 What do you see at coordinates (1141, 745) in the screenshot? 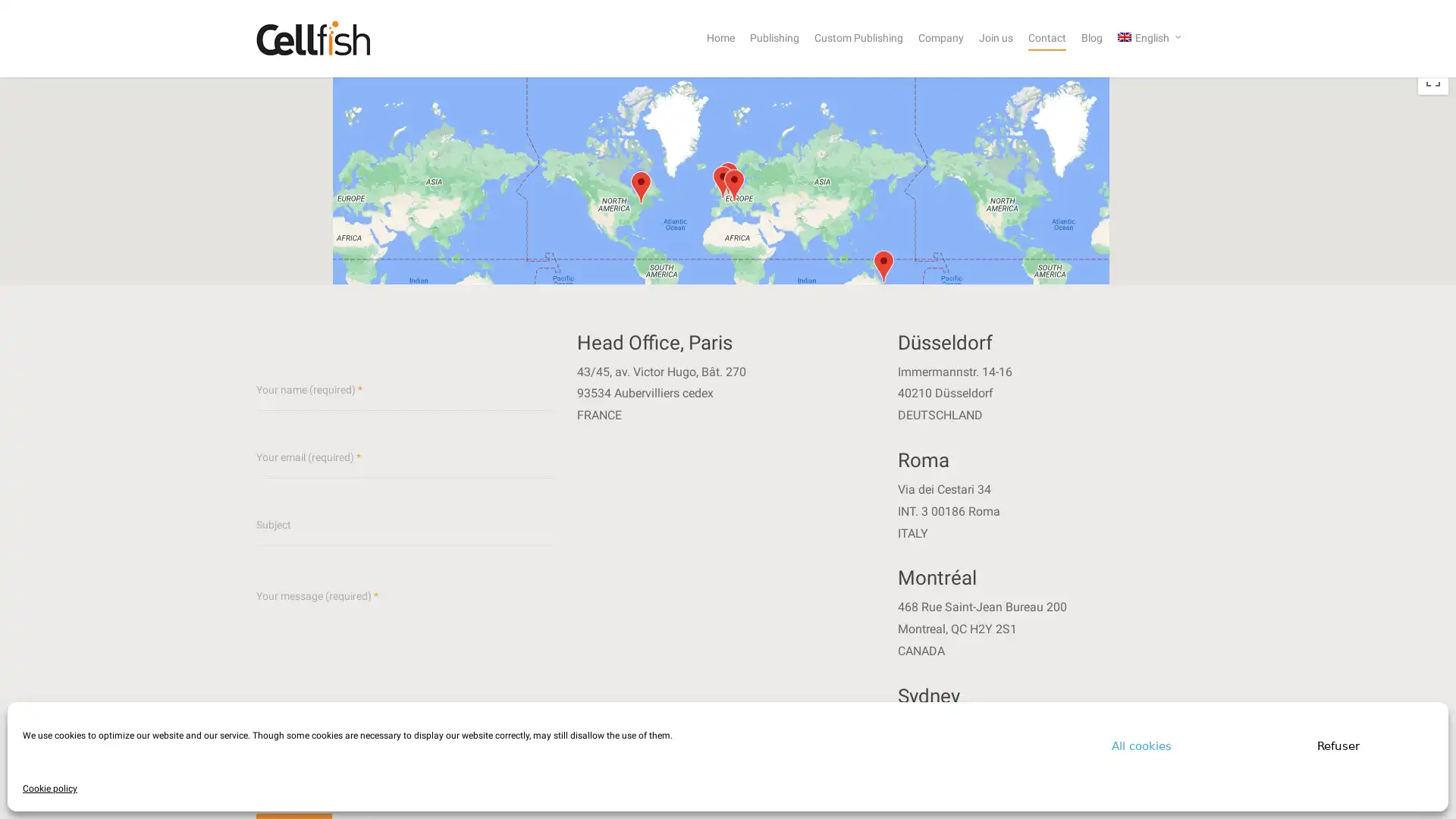
I see `All cookies` at bounding box center [1141, 745].